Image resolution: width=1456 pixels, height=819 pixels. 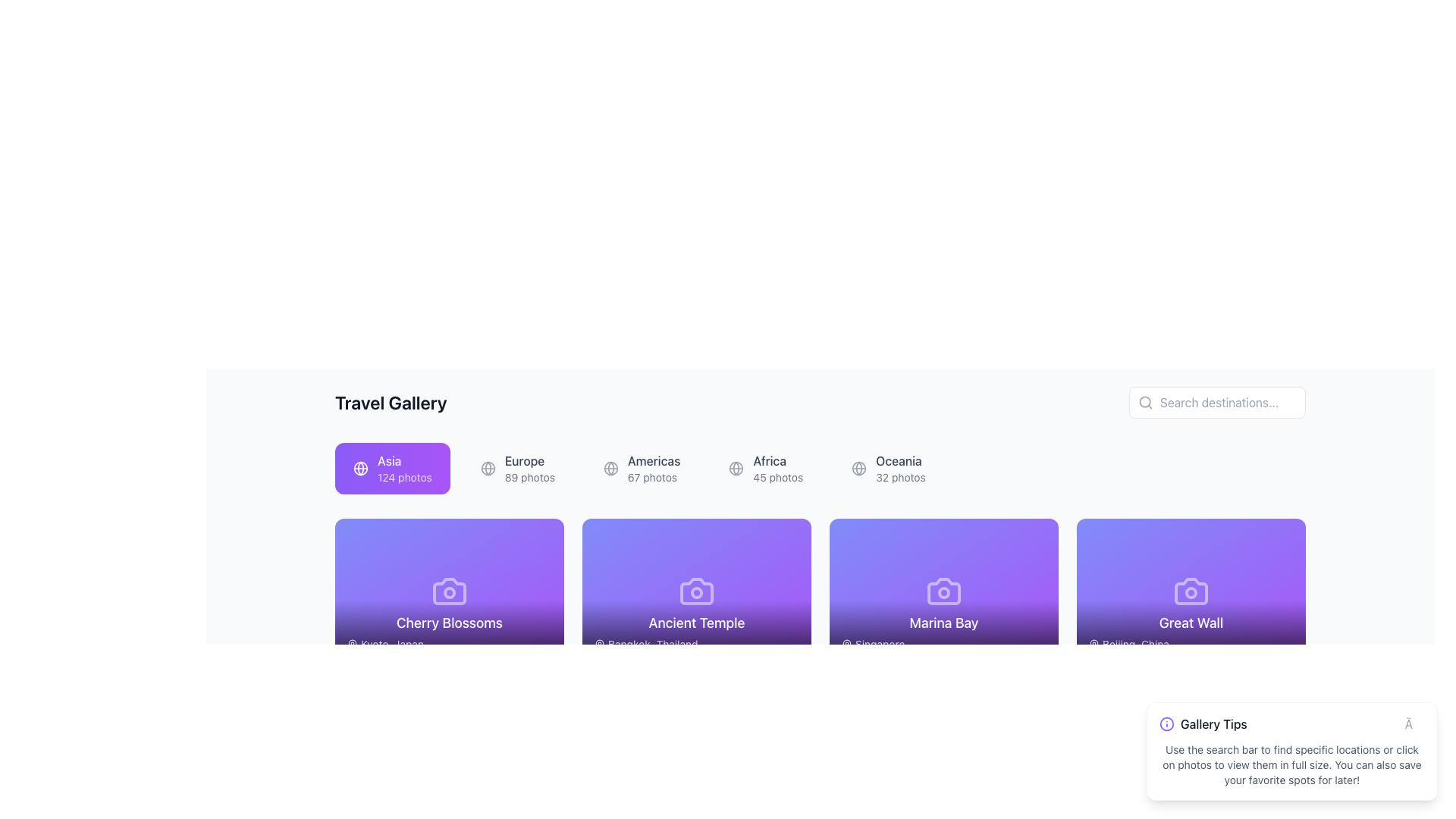 I want to click on the small gray globe icon located to the left of the text 'Europe 89 photos', so click(x=488, y=467).